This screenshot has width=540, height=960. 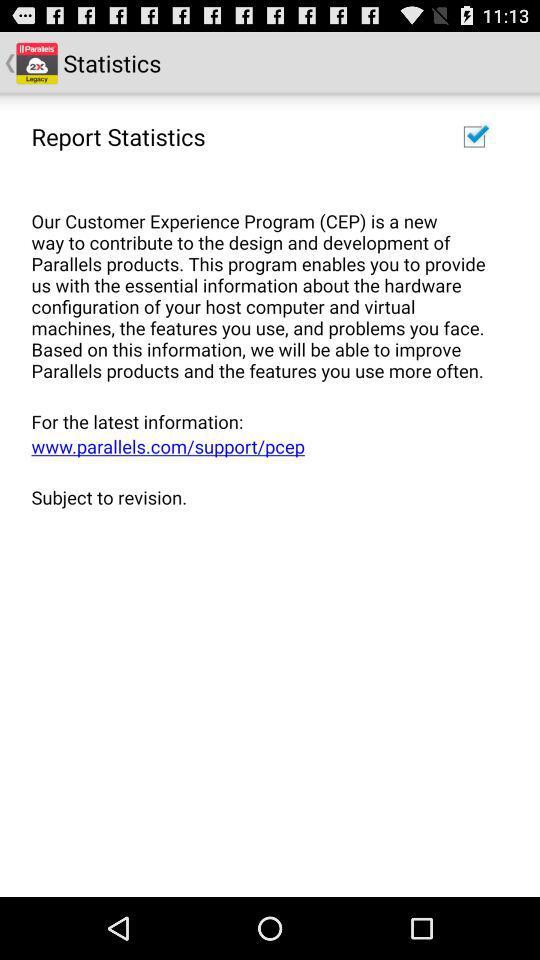 What do you see at coordinates (263, 496) in the screenshot?
I see `the subject to revision. item` at bounding box center [263, 496].